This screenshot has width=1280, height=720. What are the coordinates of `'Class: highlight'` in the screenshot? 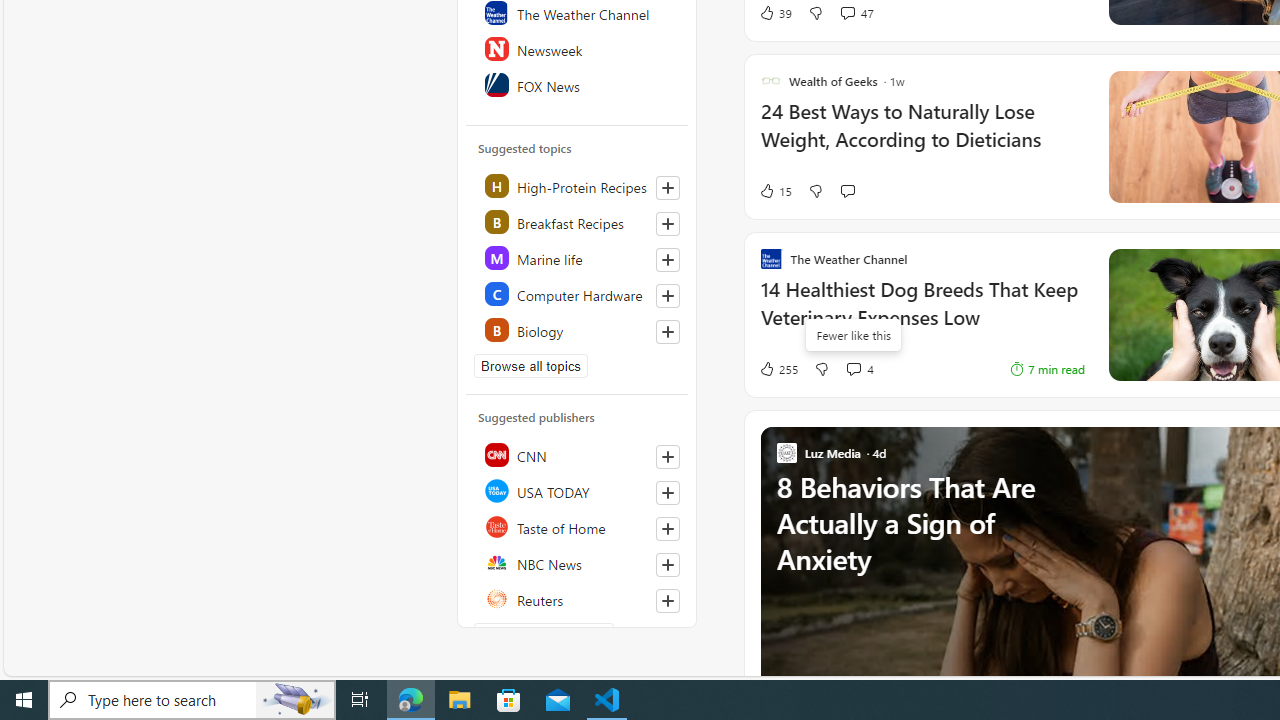 It's located at (577, 329).